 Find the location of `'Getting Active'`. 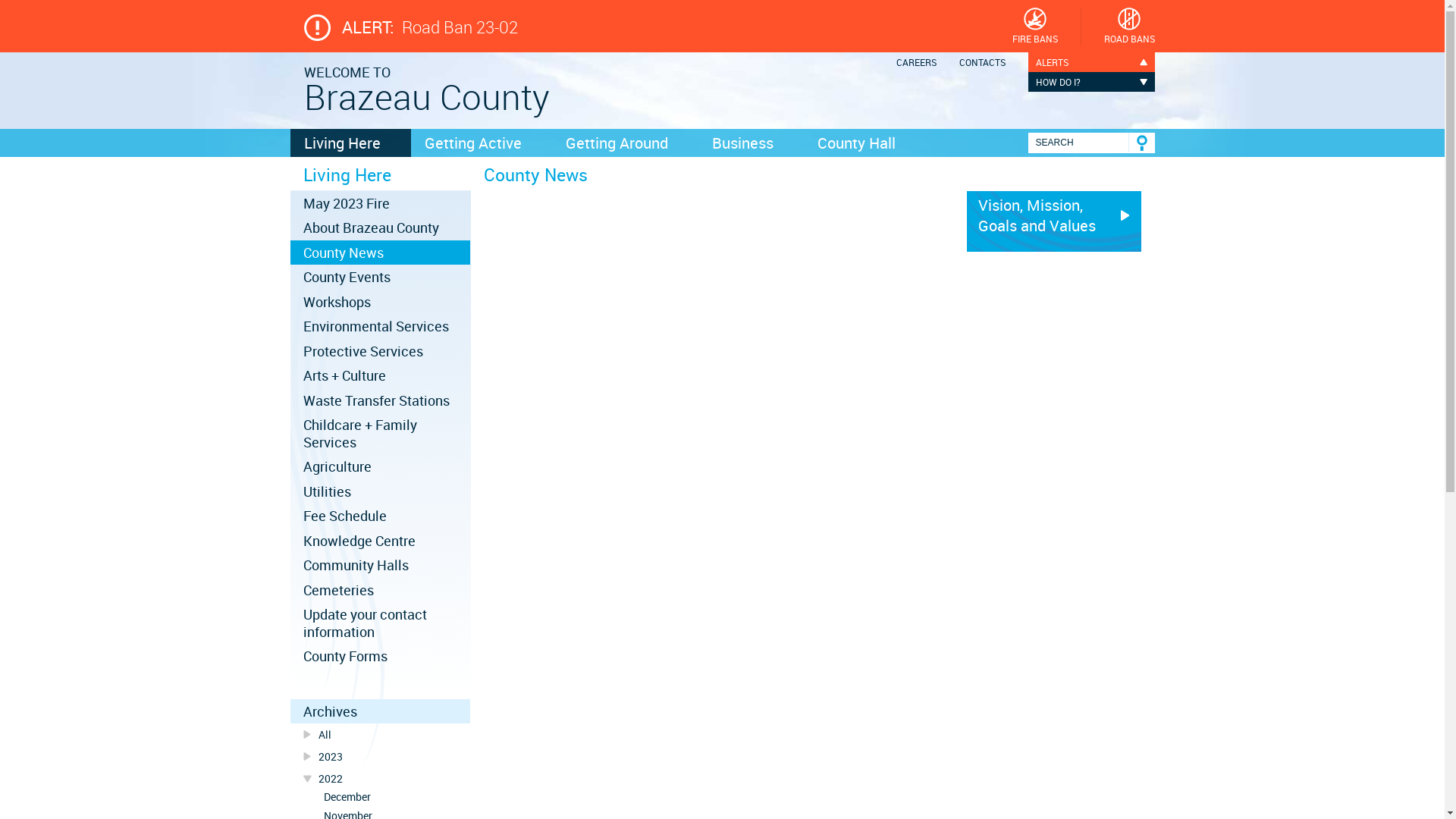

'Getting Active' is located at coordinates (480, 143).